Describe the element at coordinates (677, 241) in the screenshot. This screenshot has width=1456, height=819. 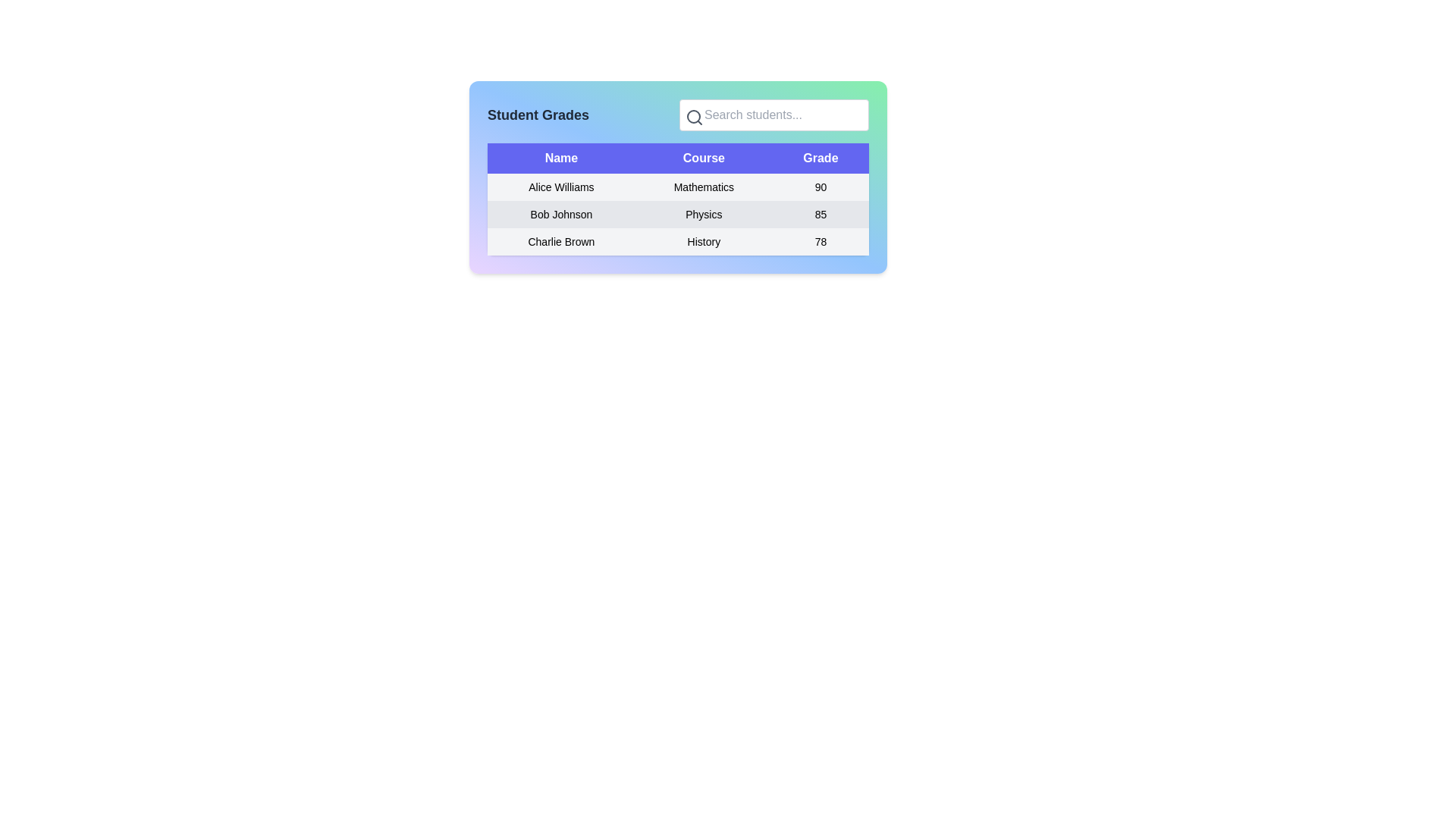
I see `the cells of the third row in the table displaying student information for 'Charlie Brown', 'History', and '78' to potentially trigger actions` at that location.